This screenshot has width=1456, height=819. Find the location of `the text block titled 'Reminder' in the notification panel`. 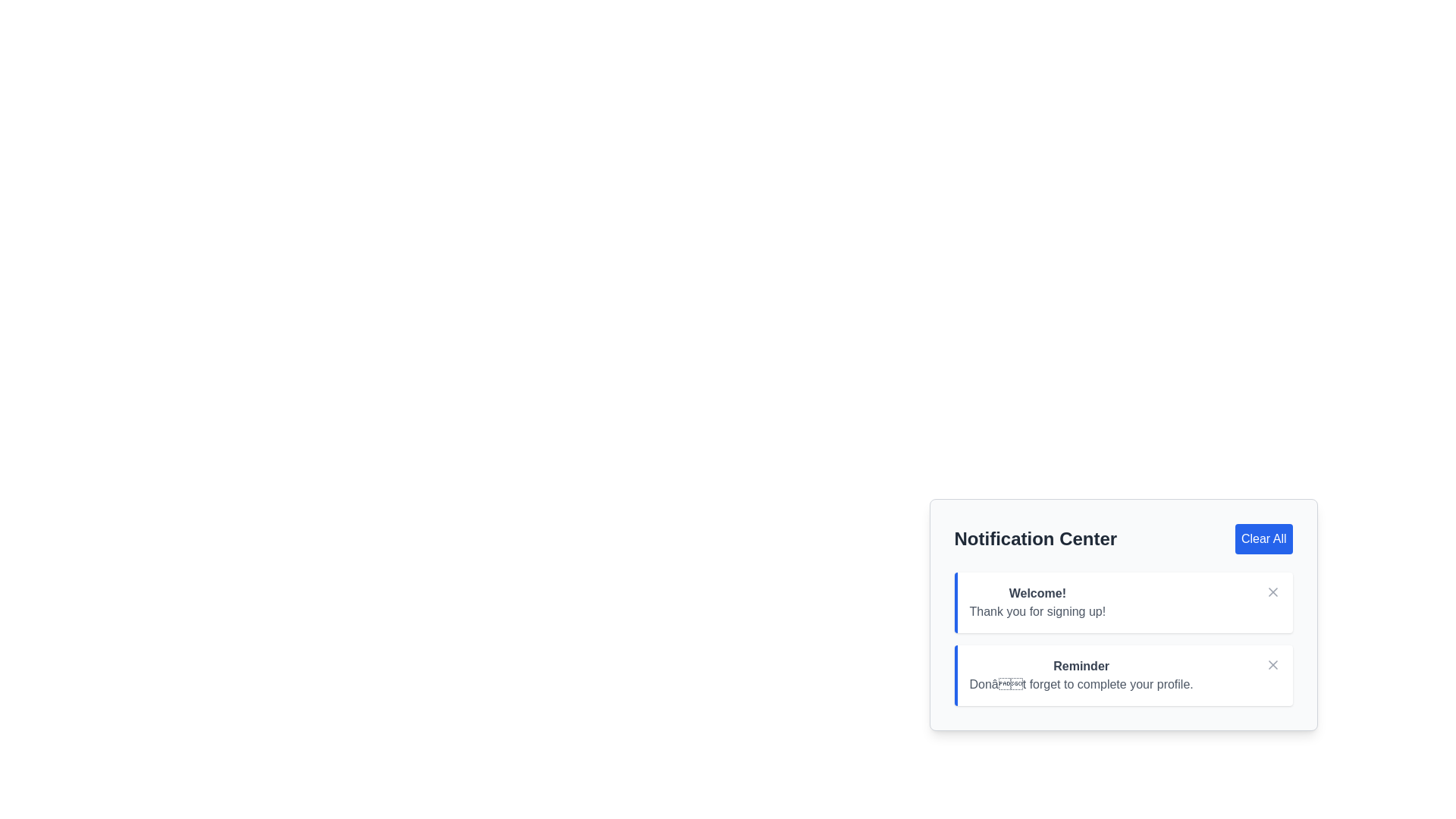

the text block titled 'Reminder' in the notification panel is located at coordinates (1087, 675).